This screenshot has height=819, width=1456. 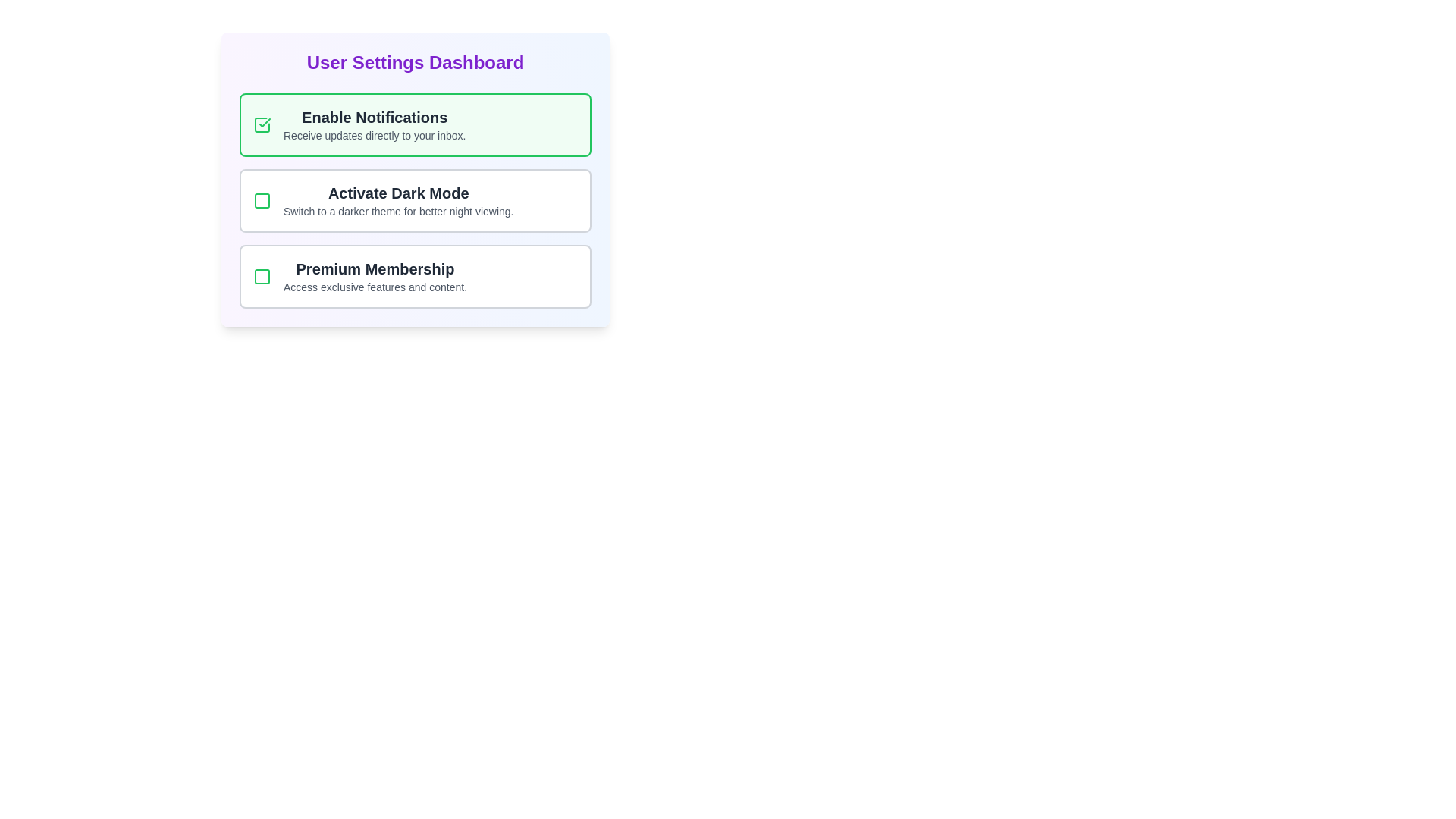 What do you see at coordinates (262, 277) in the screenshot?
I see `the 'Premium Membership' Checkbox located at the left side of the component, which is the third icon among similar icons on the page` at bounding box center [262, 277].